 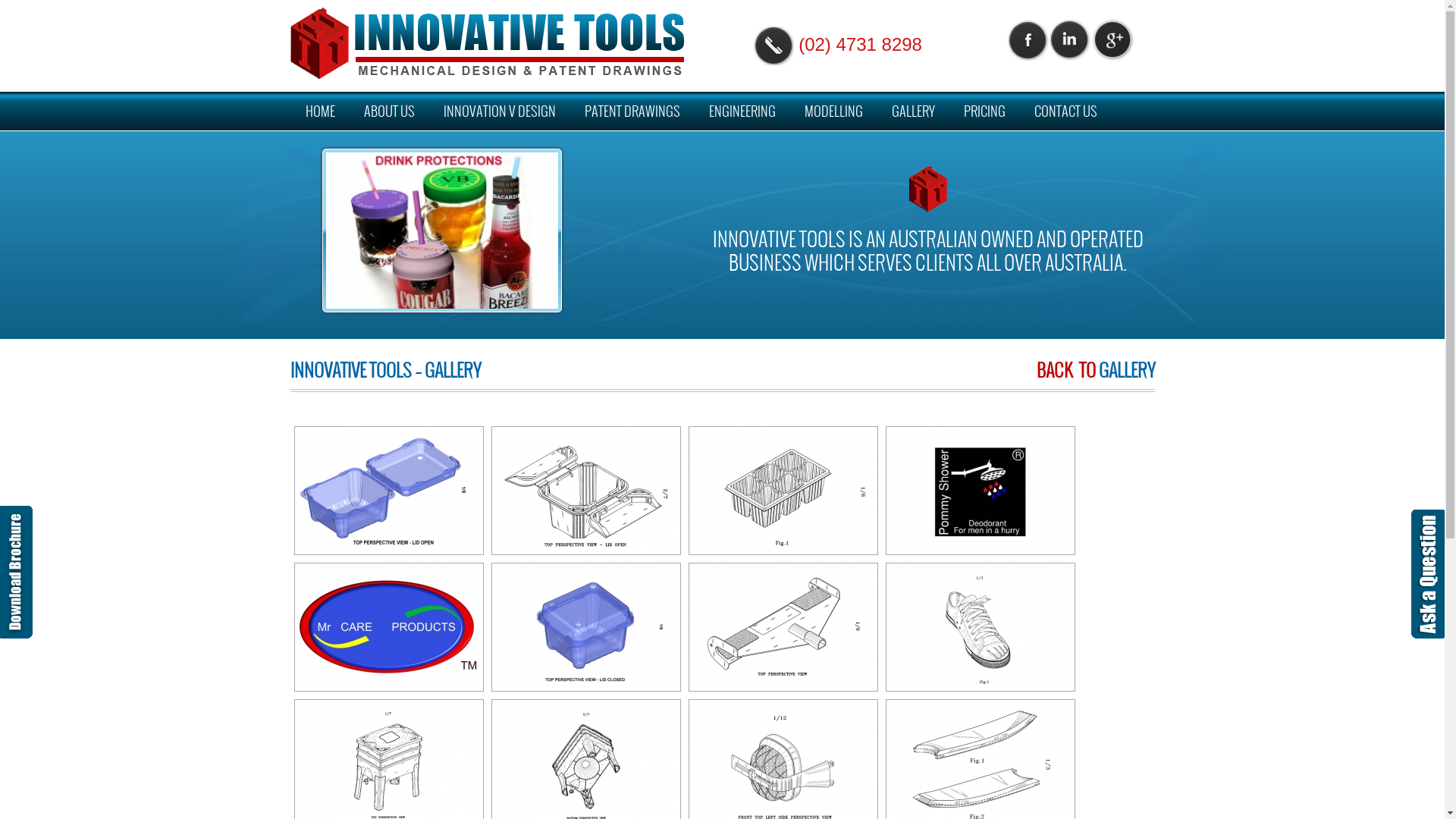 What do you see at coordinates (742, 110) in the screenshot?
I see `'ENGINEERING'` at bounding box center [742, 110].